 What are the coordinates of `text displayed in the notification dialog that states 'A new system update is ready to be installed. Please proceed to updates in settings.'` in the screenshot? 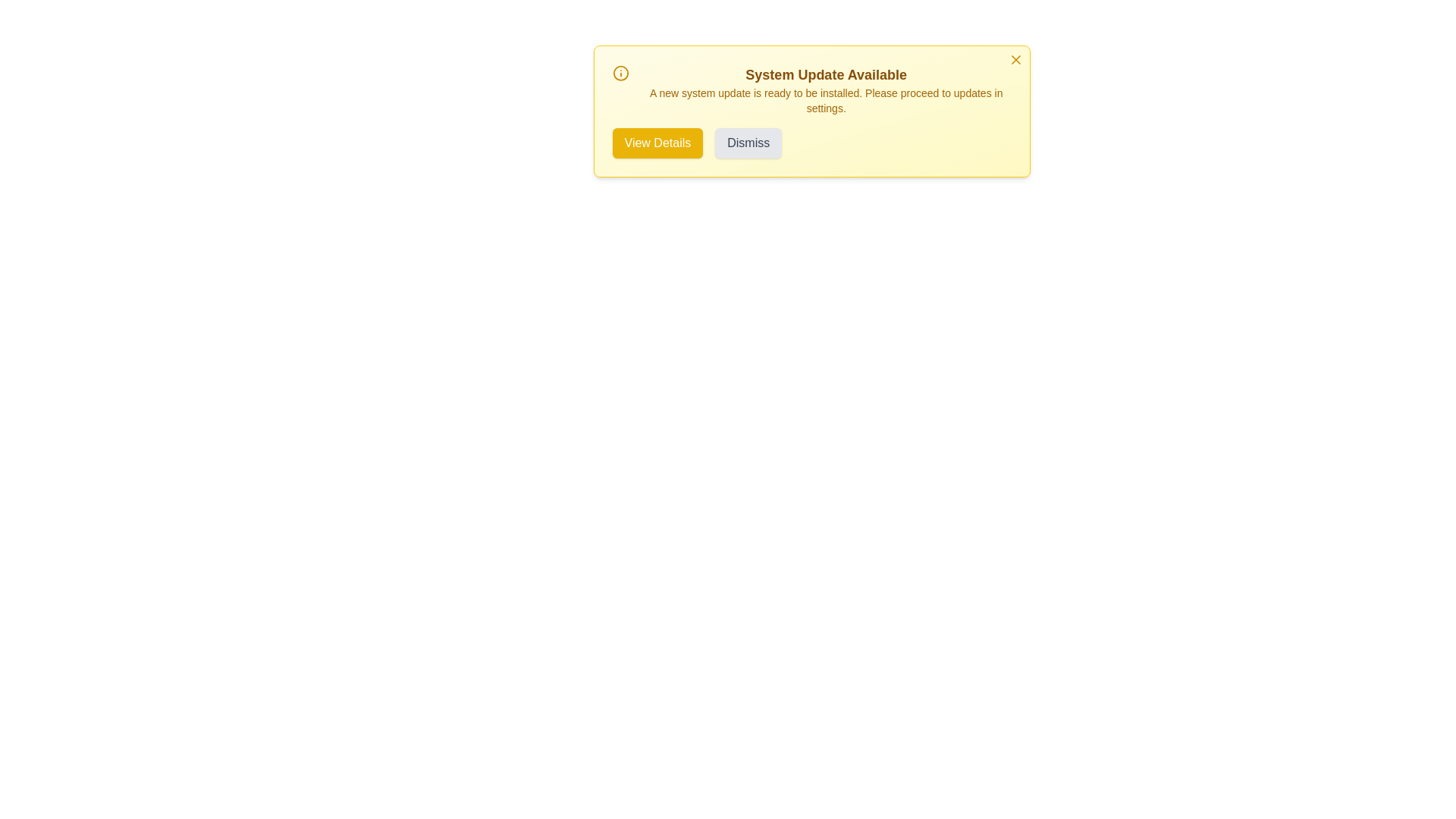 It's located at (825, 100).